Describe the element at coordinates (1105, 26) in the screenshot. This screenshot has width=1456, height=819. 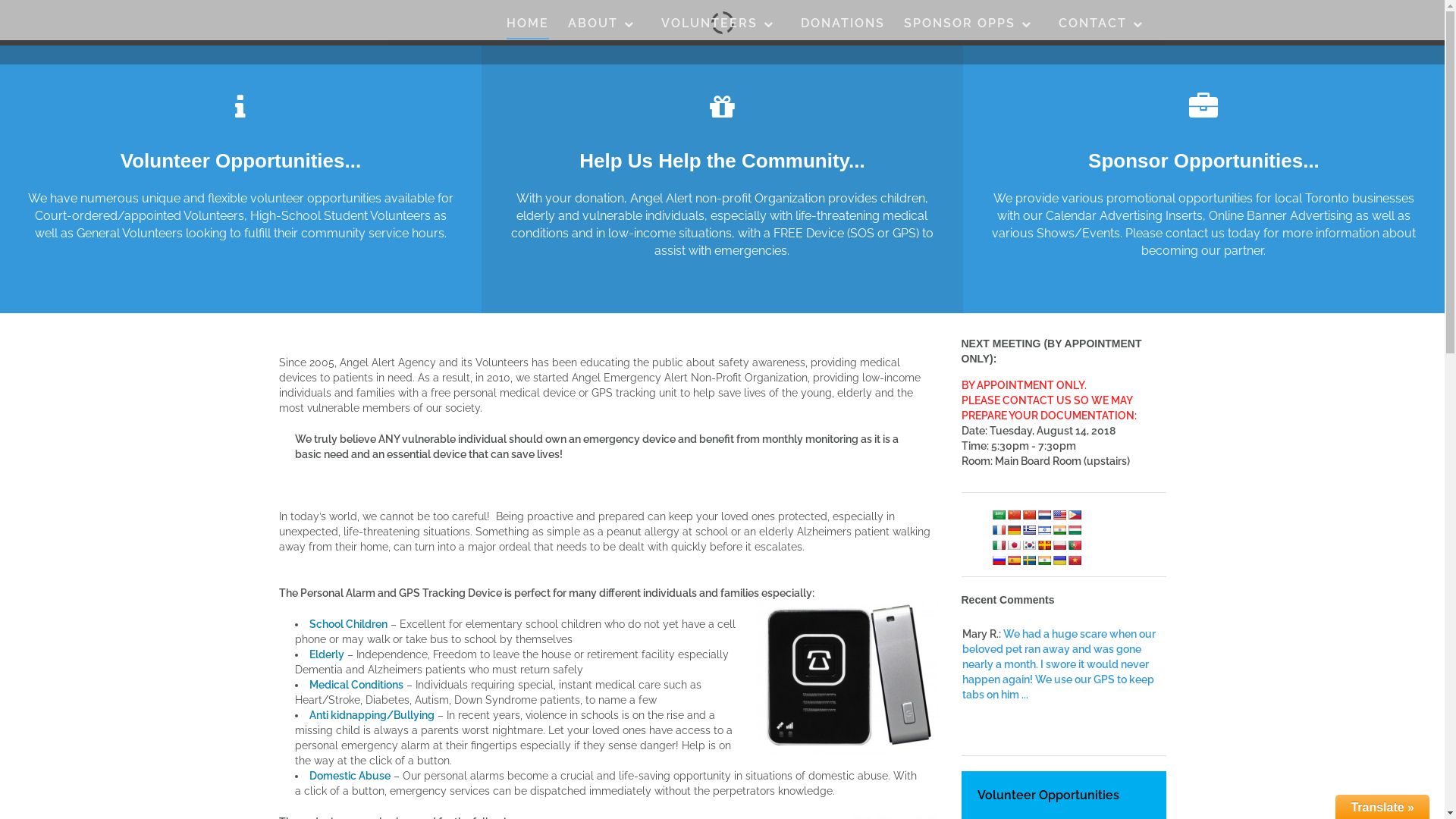
I see `'CONTACT'` at that location.